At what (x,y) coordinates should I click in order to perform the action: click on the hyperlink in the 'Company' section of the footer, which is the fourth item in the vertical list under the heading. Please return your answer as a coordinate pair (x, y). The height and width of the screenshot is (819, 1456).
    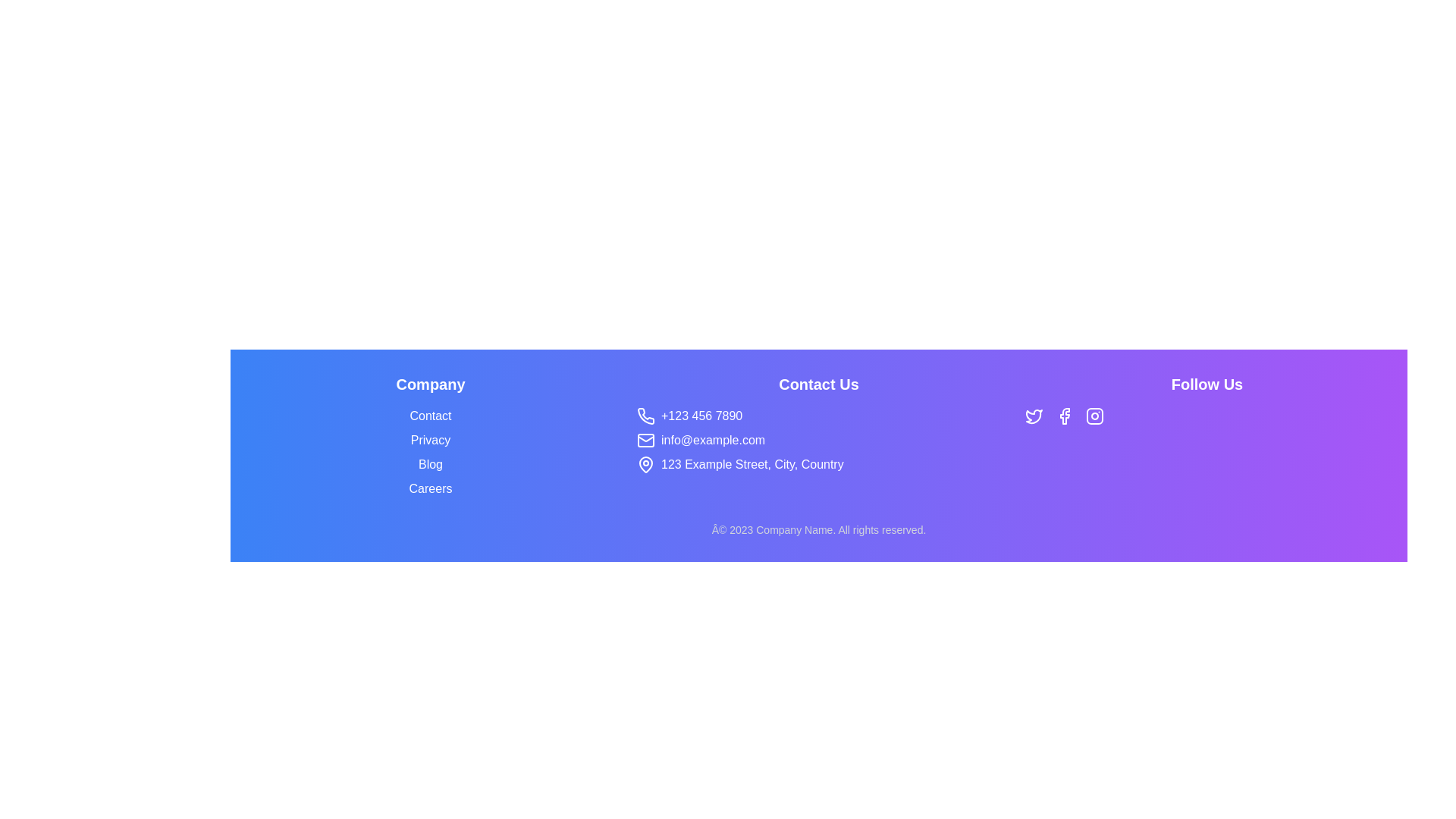
    Looking at the image, I should click on (429, 488).